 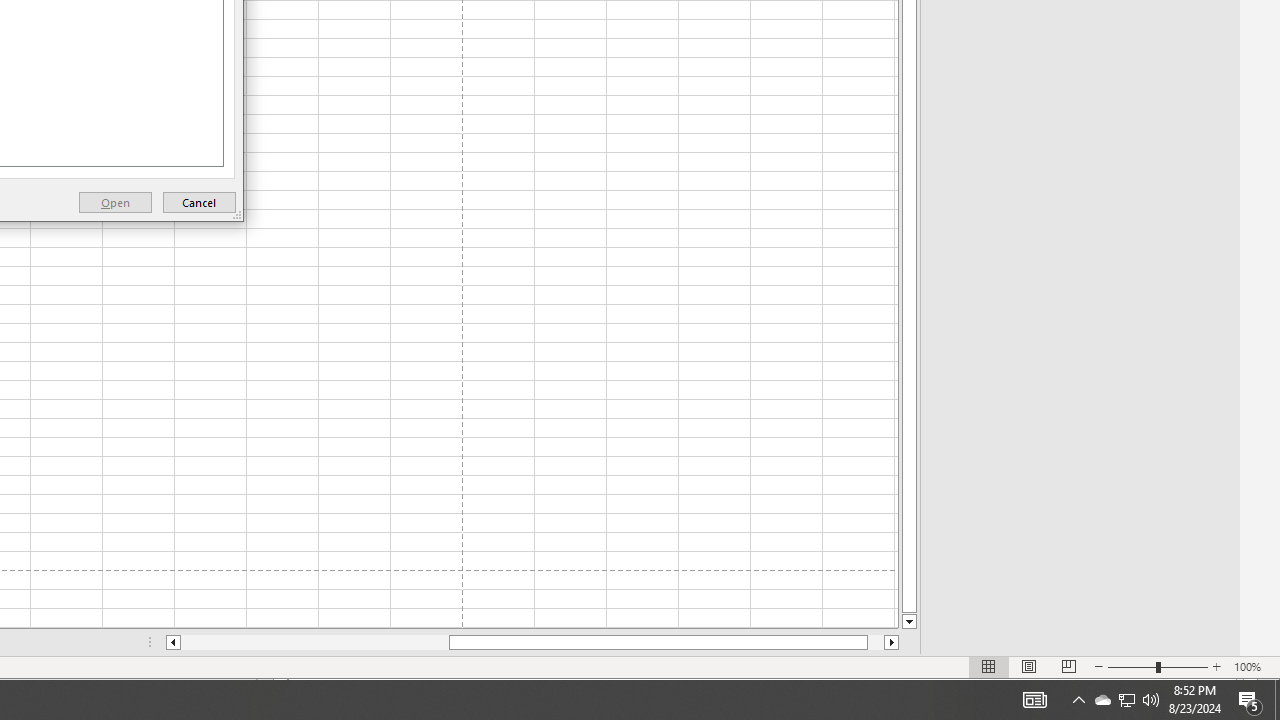 What do you see at coordinates (1068, 667) in the screenshot?
I see `'Page Break Preview'` at bounding box center [1068, 667].